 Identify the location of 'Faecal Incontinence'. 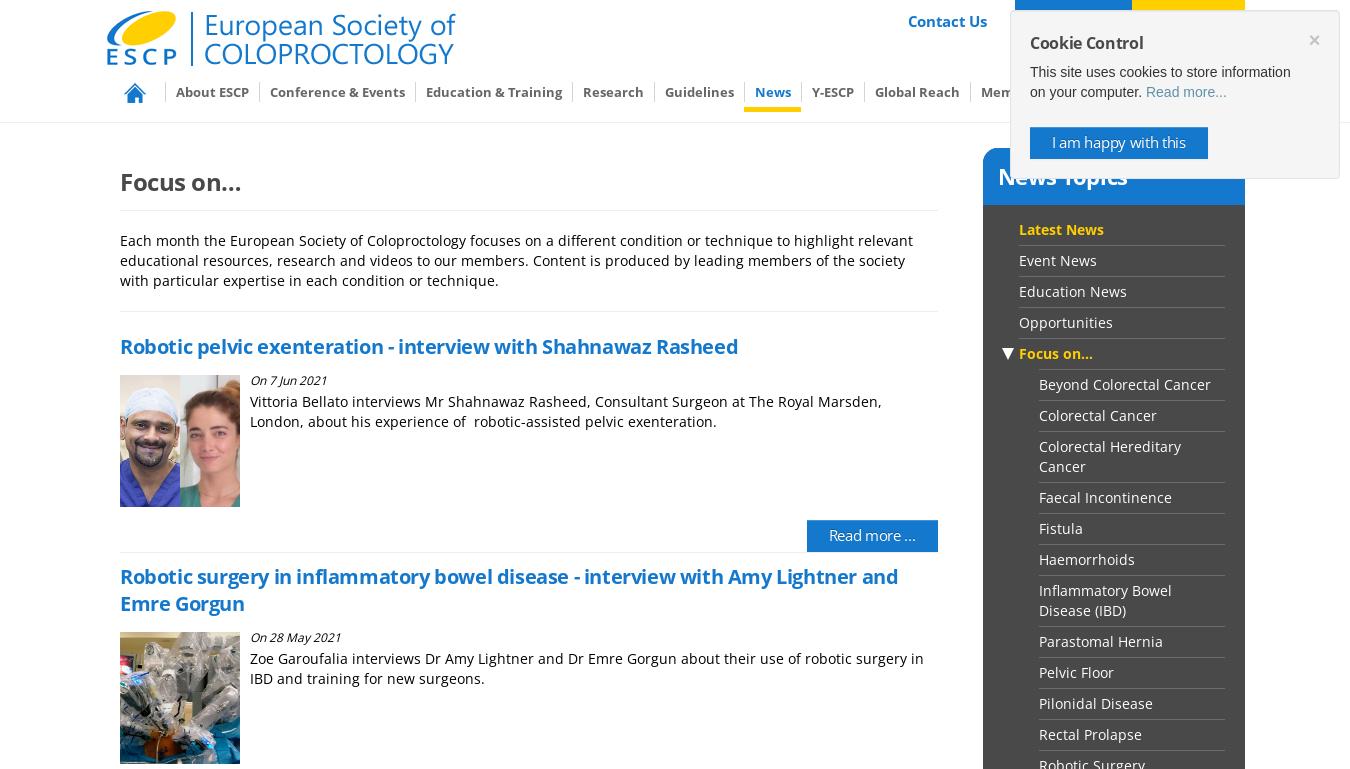
(1104, 496).